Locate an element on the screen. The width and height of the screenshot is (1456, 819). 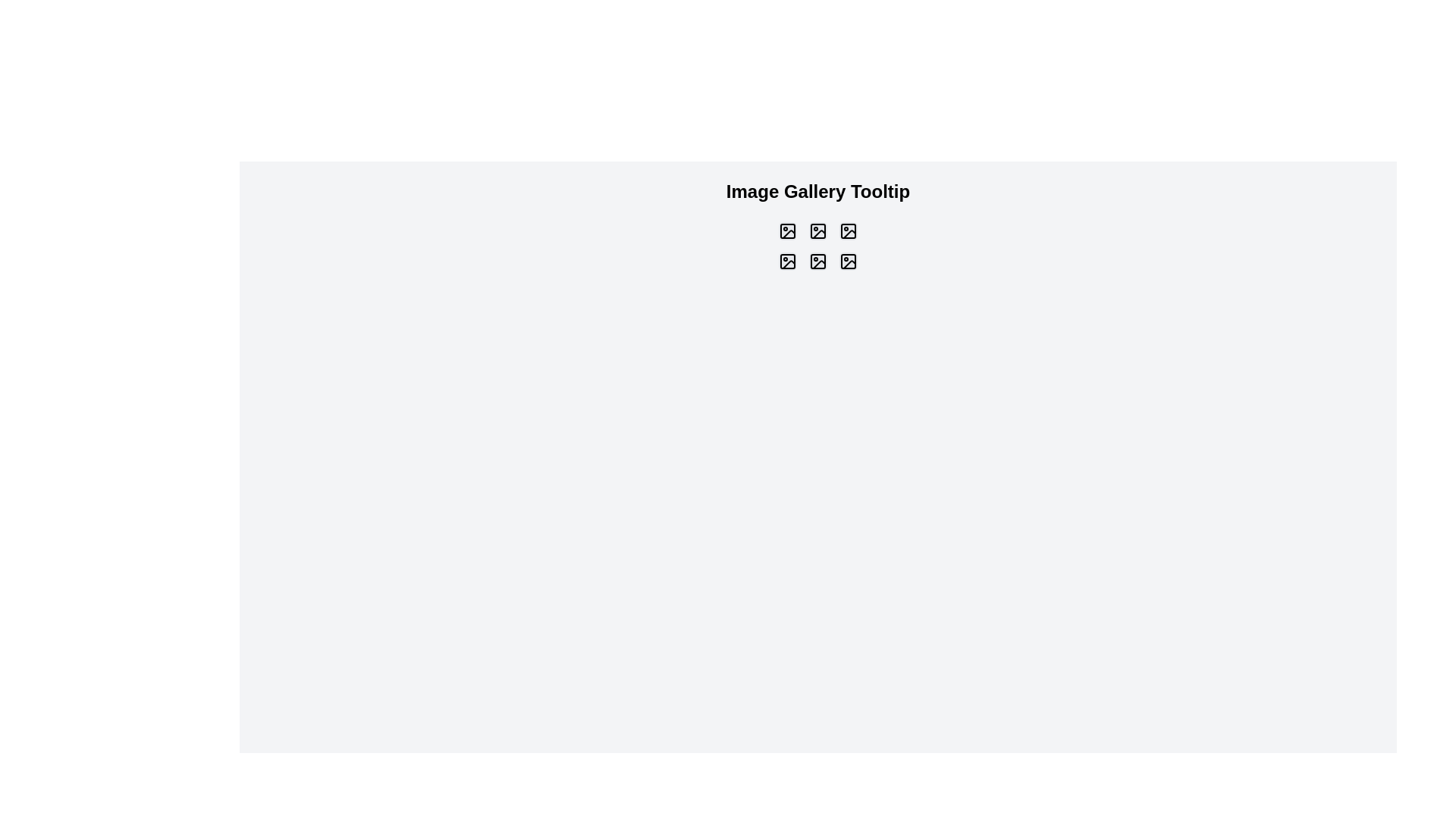
the icon resembling a diagonal line with a curve extending downward, which indicates broken or problematic content, located at the lower-left corner of the 'Image Gallery Tooltip' is located at coordinates (789, 264).